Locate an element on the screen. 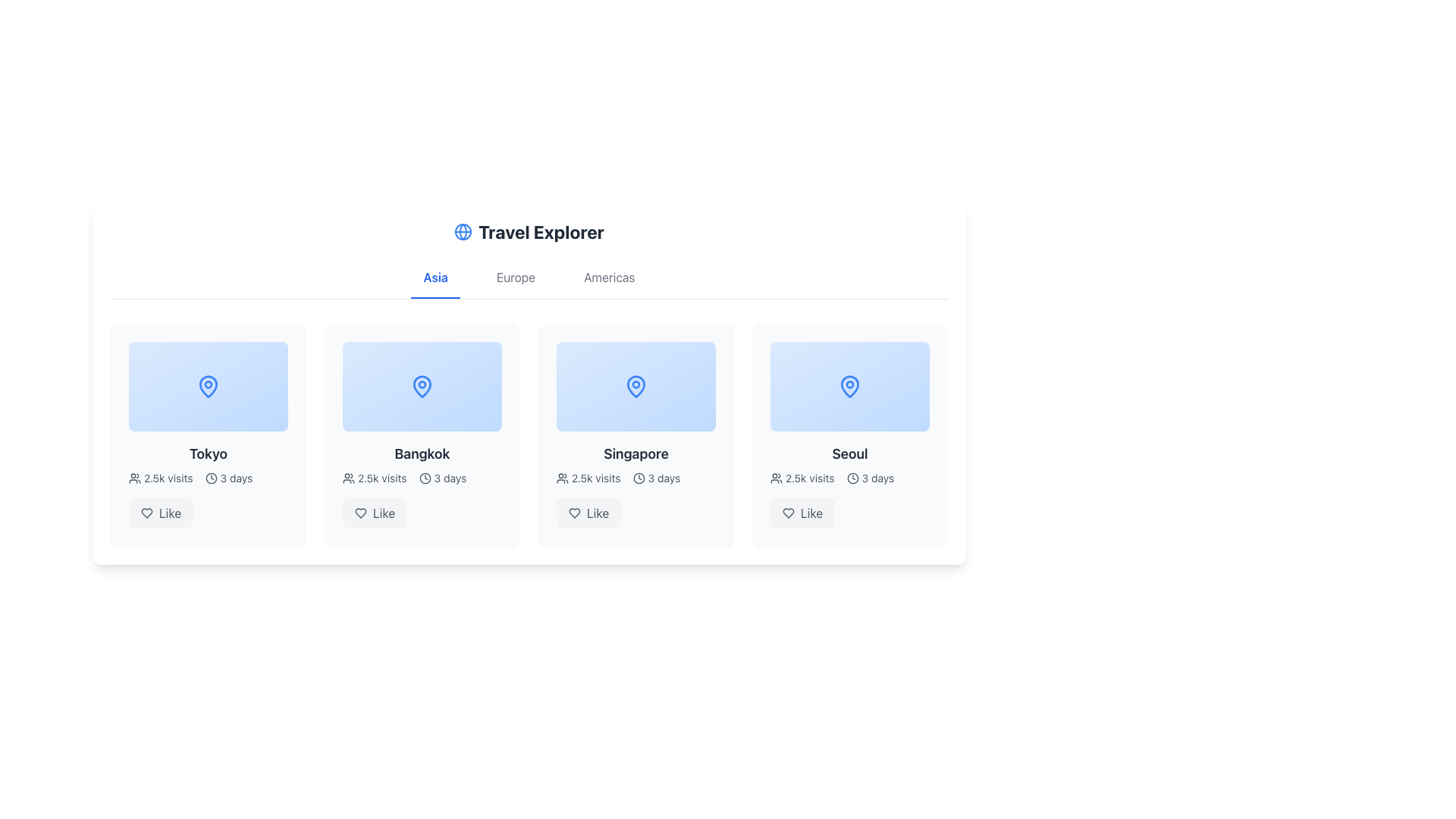 The image size is (1456, 819). the heart icon located in the 'Like' button under the 'Bangkok' card to initiate the 'like' action is located at coordinates (359, 513).